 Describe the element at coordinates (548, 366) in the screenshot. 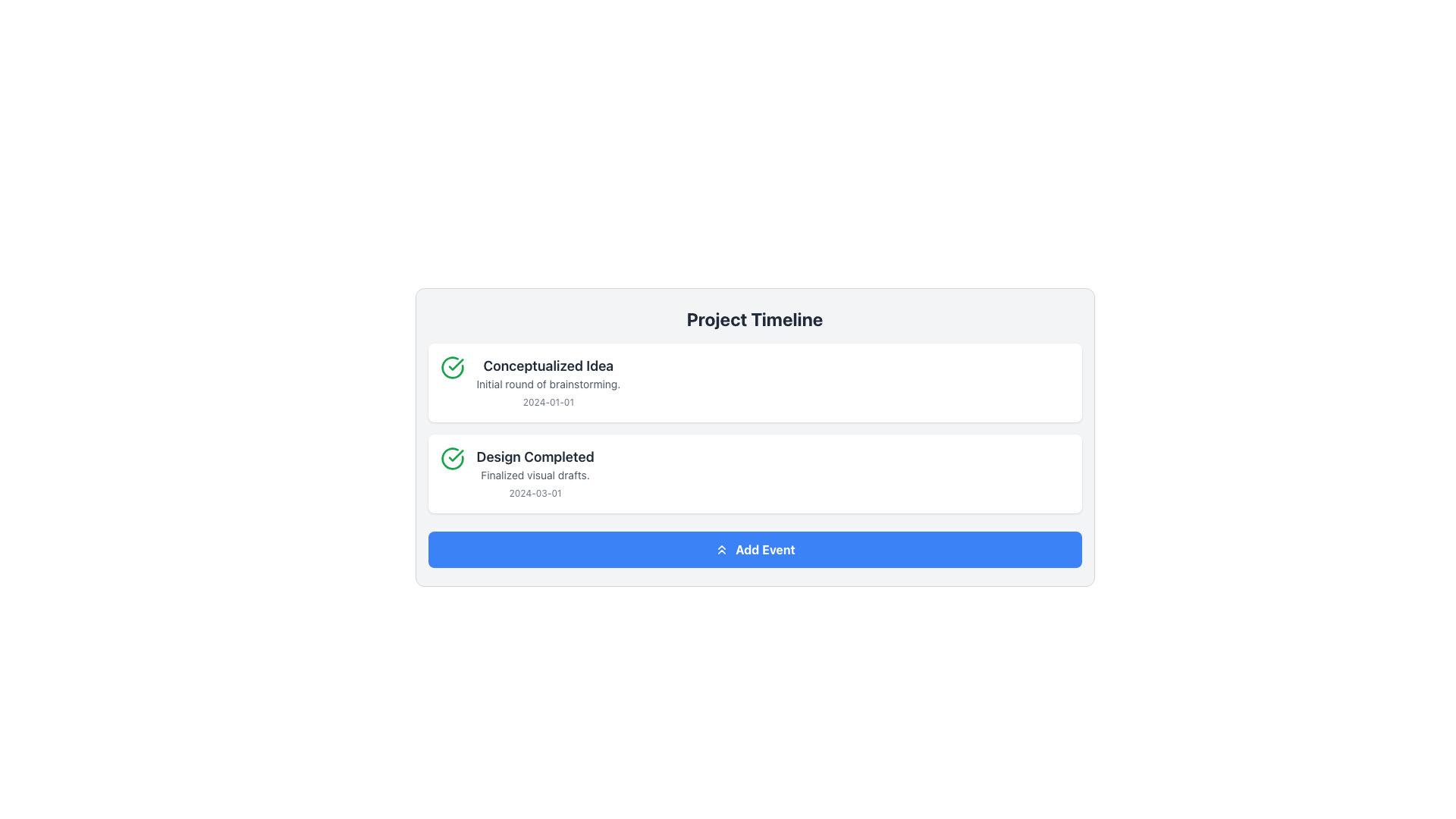

I see `the text label that indicates the name of the event or phase in the first item of the vertical timeline under 'Project Timeline'` at that location.